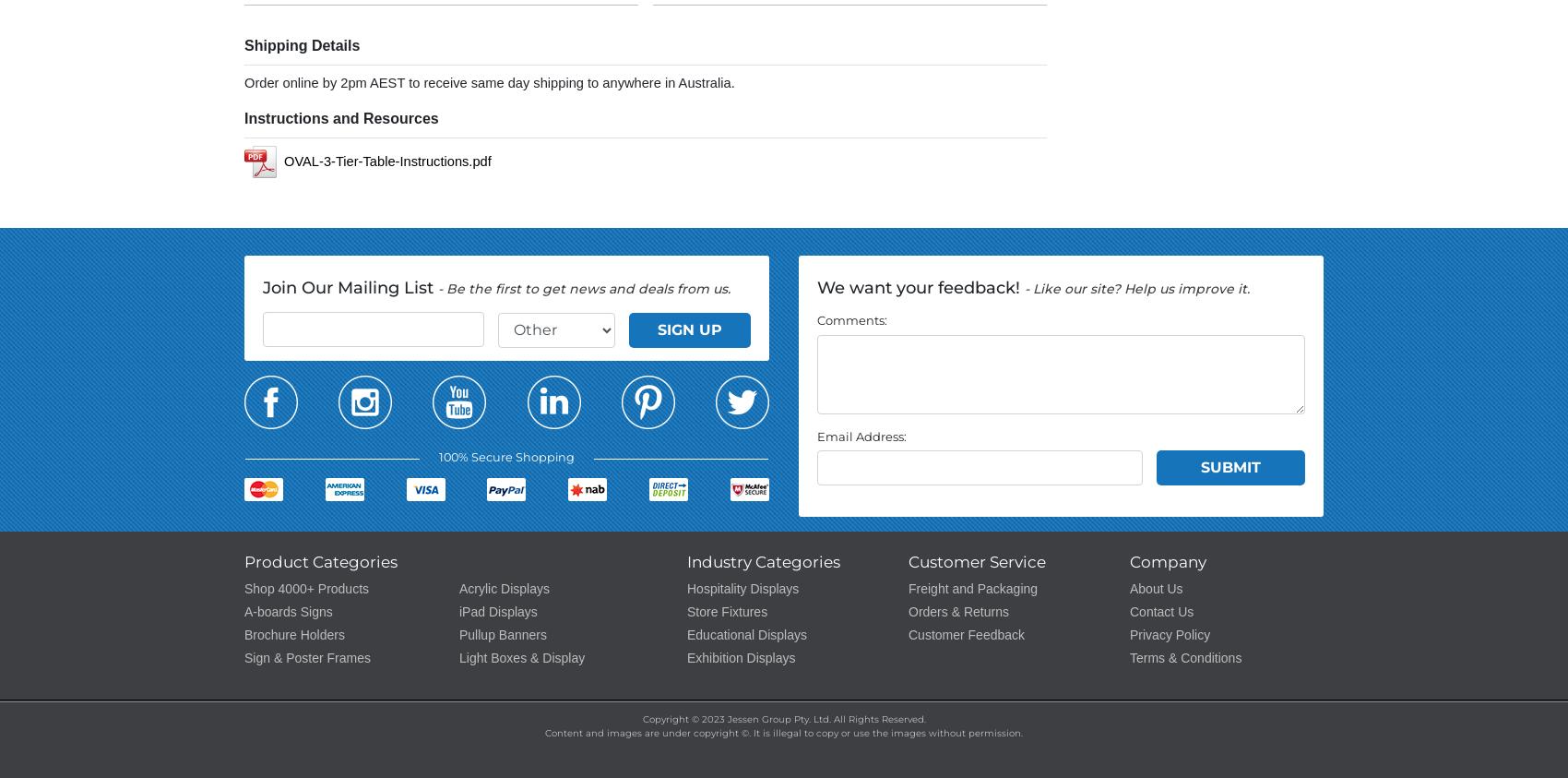  Describe the element at coordinates (726, 611) in the screenshot. I see `'Store Fixtures'` at that location.